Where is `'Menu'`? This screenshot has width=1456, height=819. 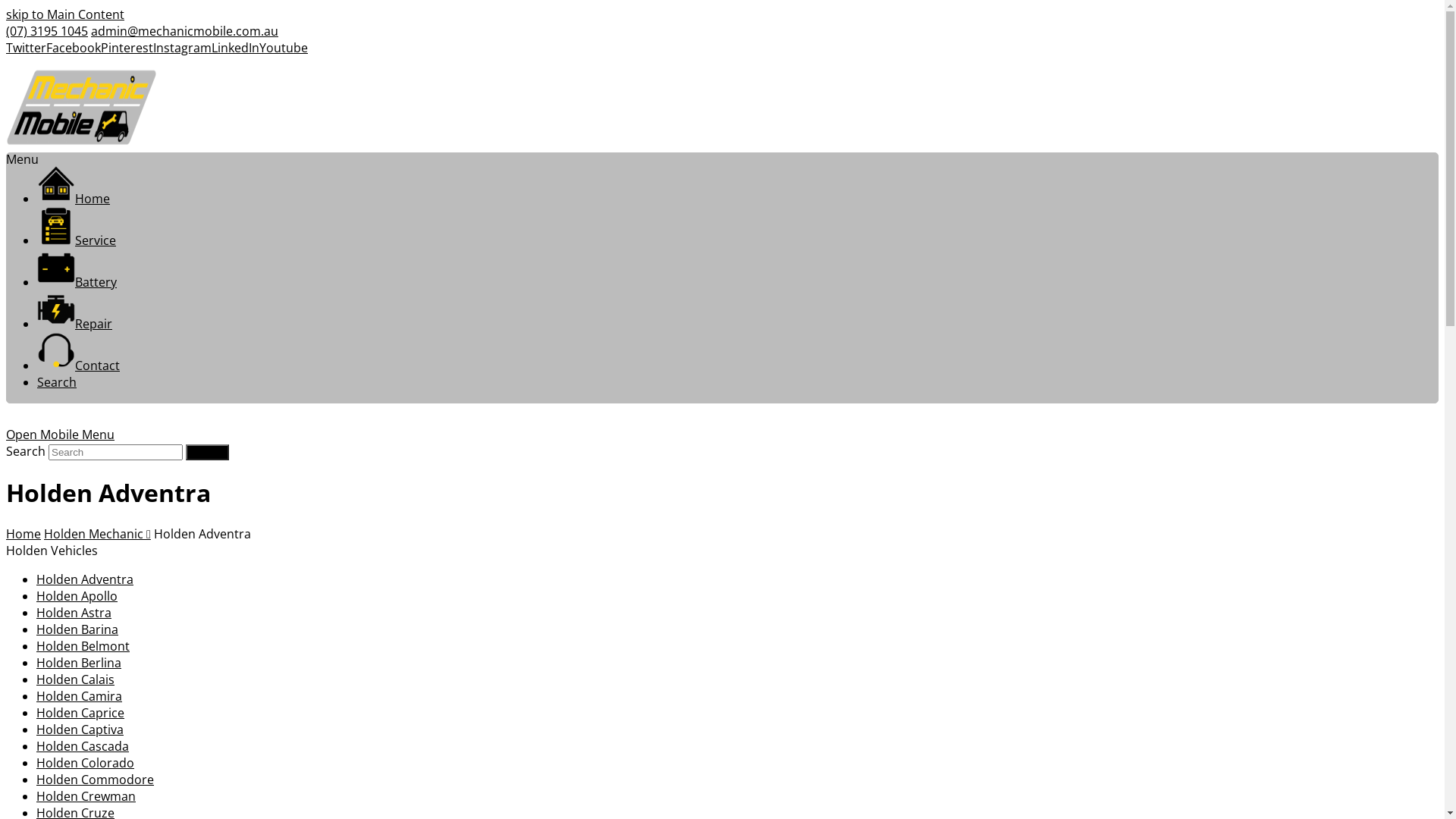 'Menu' is located at coordinates (6, 158).